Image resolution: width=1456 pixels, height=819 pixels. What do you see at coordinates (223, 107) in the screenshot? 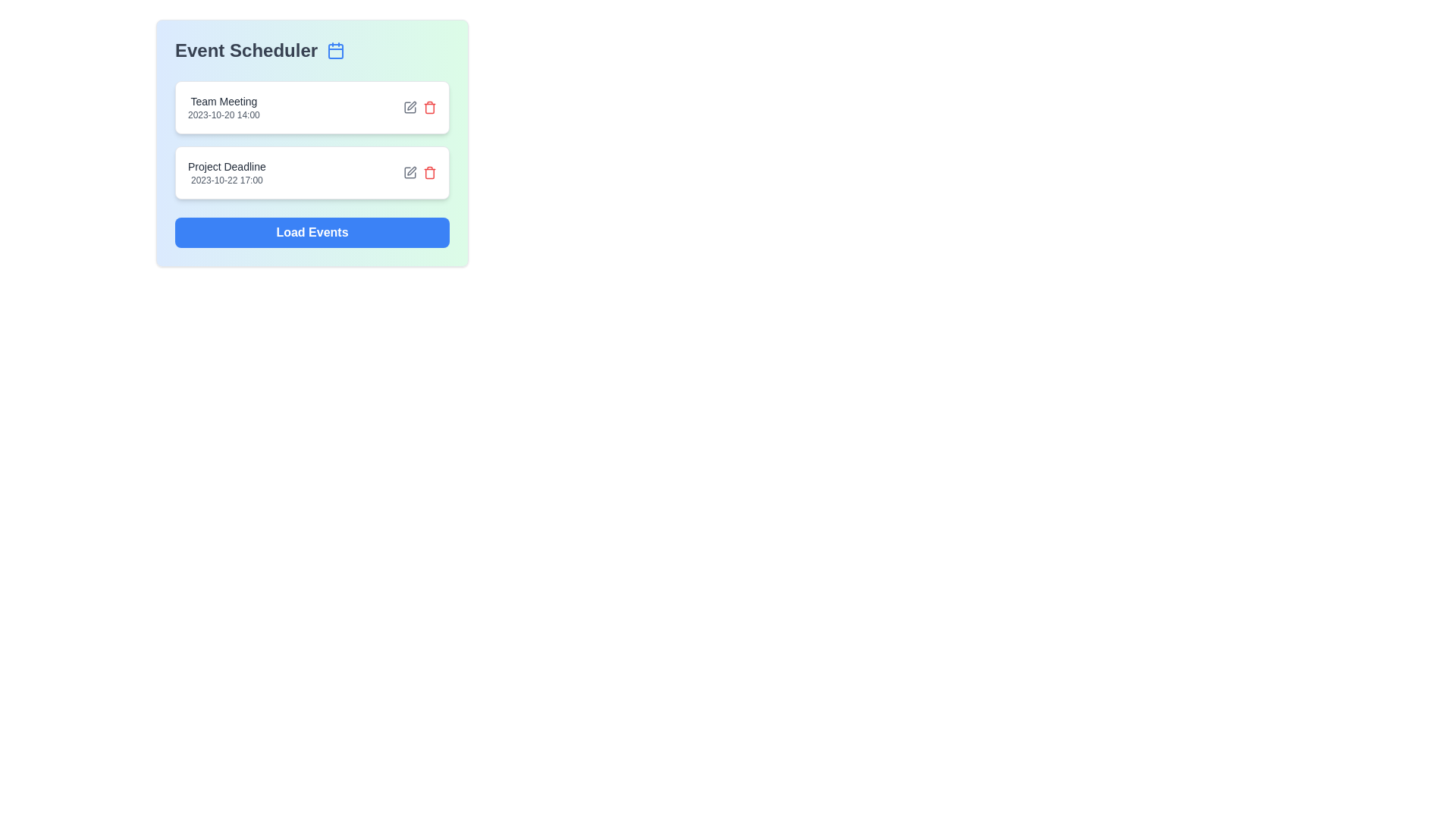
I see `the static label displaying 'Team Meeting' with the date '2023-10-20 14:00', which is located in the upper-left section of the interface, in the first position of the list of events` at bounding box center [223, 107].